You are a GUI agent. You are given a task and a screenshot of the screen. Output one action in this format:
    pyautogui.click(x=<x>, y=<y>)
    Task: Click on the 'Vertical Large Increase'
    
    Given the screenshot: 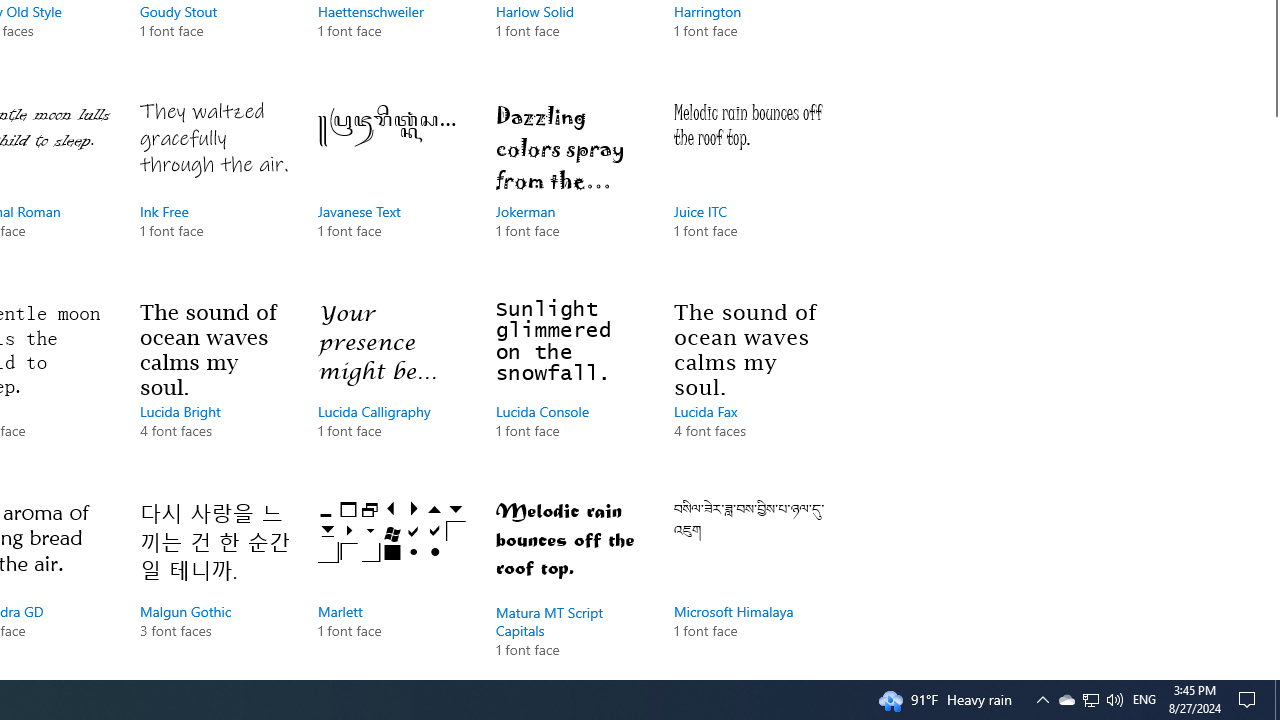 What is the action you would take?
    pyautogui.click(x=1271, y=390)
    